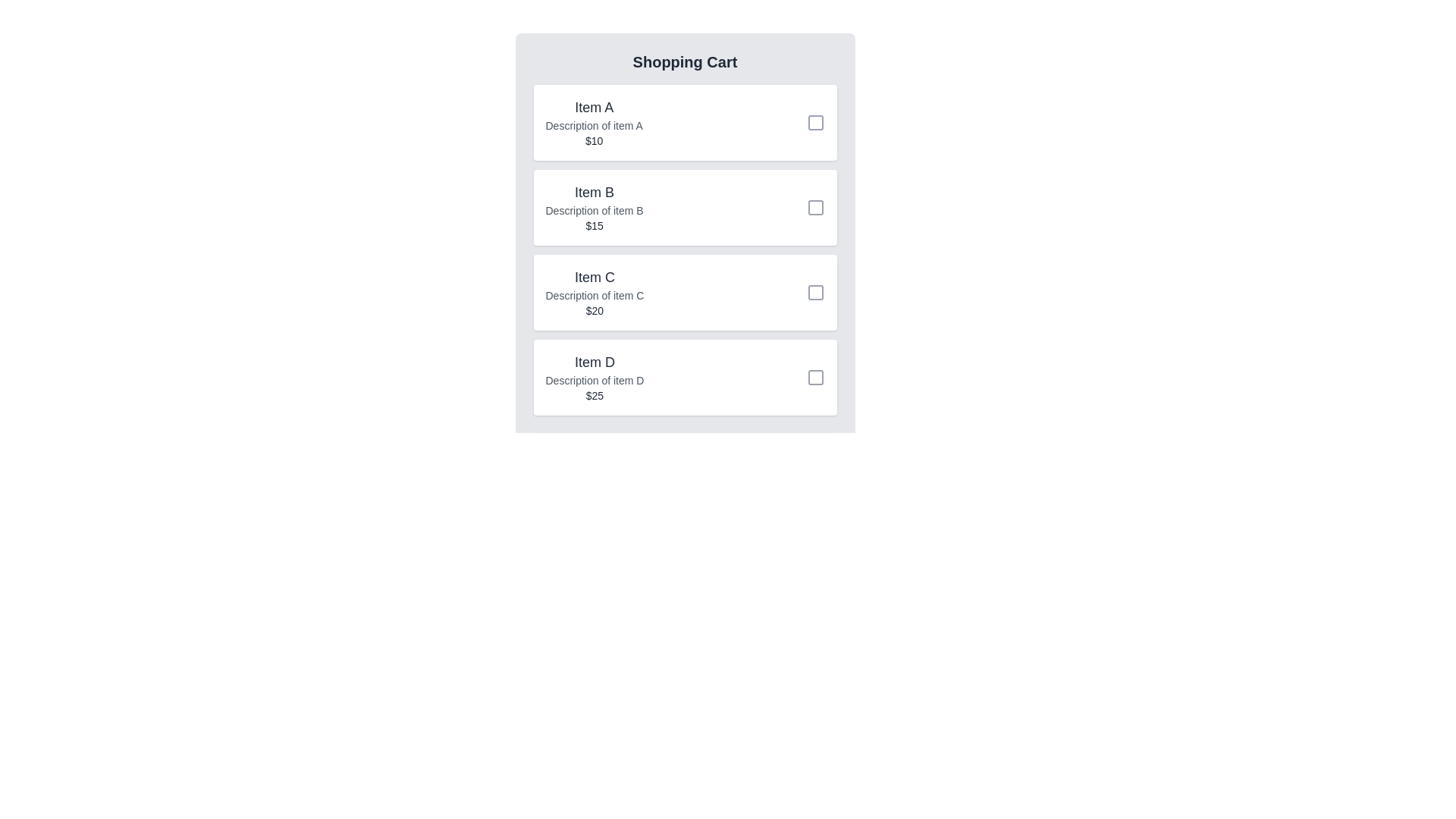 The image size is (1456, 819). What do you see at coordinates (814, 292) in the screenshot?
I see `the button associated with 'Item C' in the shopping cart` at bounding box center [814, 292].